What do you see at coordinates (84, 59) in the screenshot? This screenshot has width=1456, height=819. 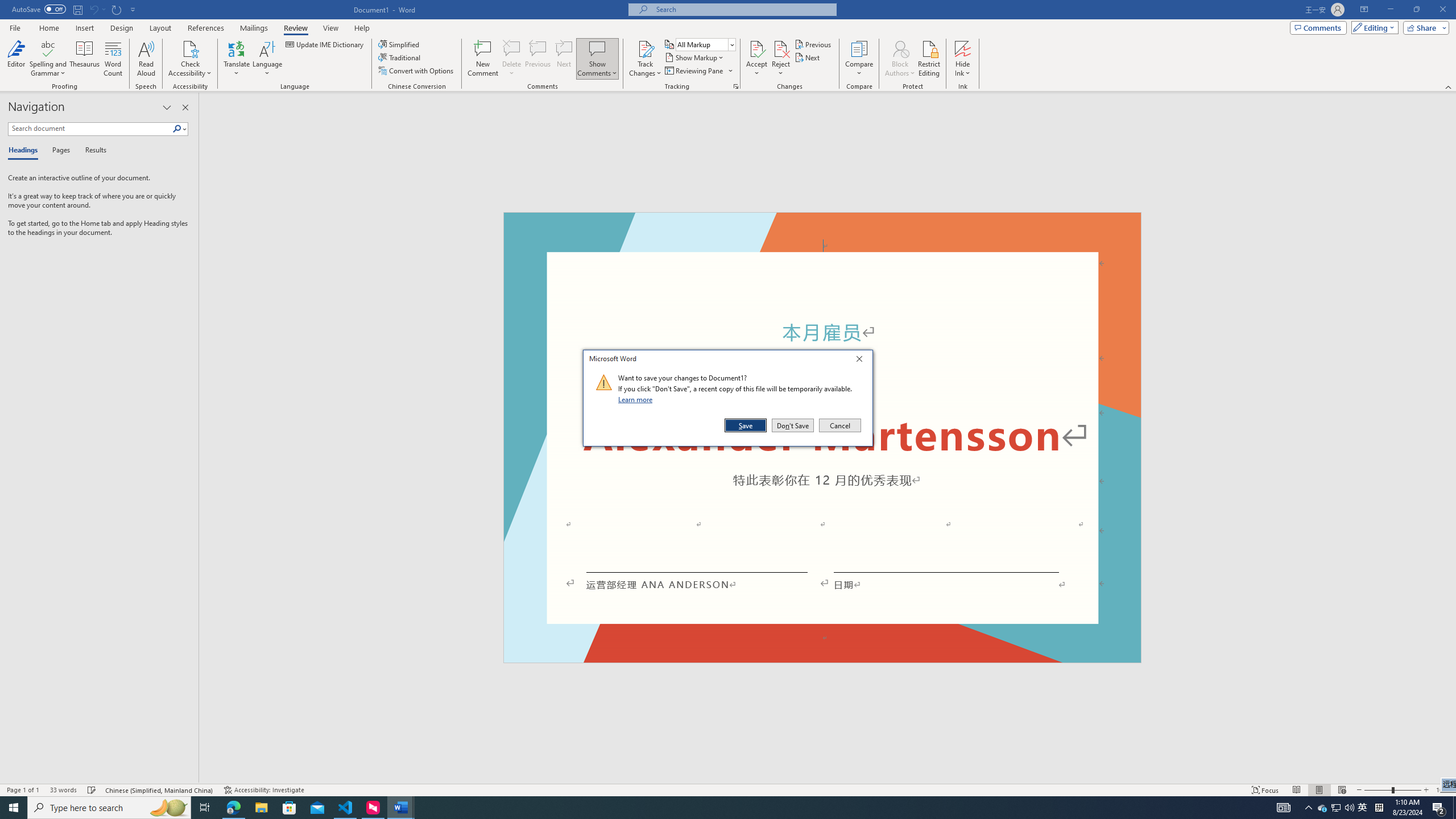 I see `'Thesaurus...'` at bounding box center [84, 59].